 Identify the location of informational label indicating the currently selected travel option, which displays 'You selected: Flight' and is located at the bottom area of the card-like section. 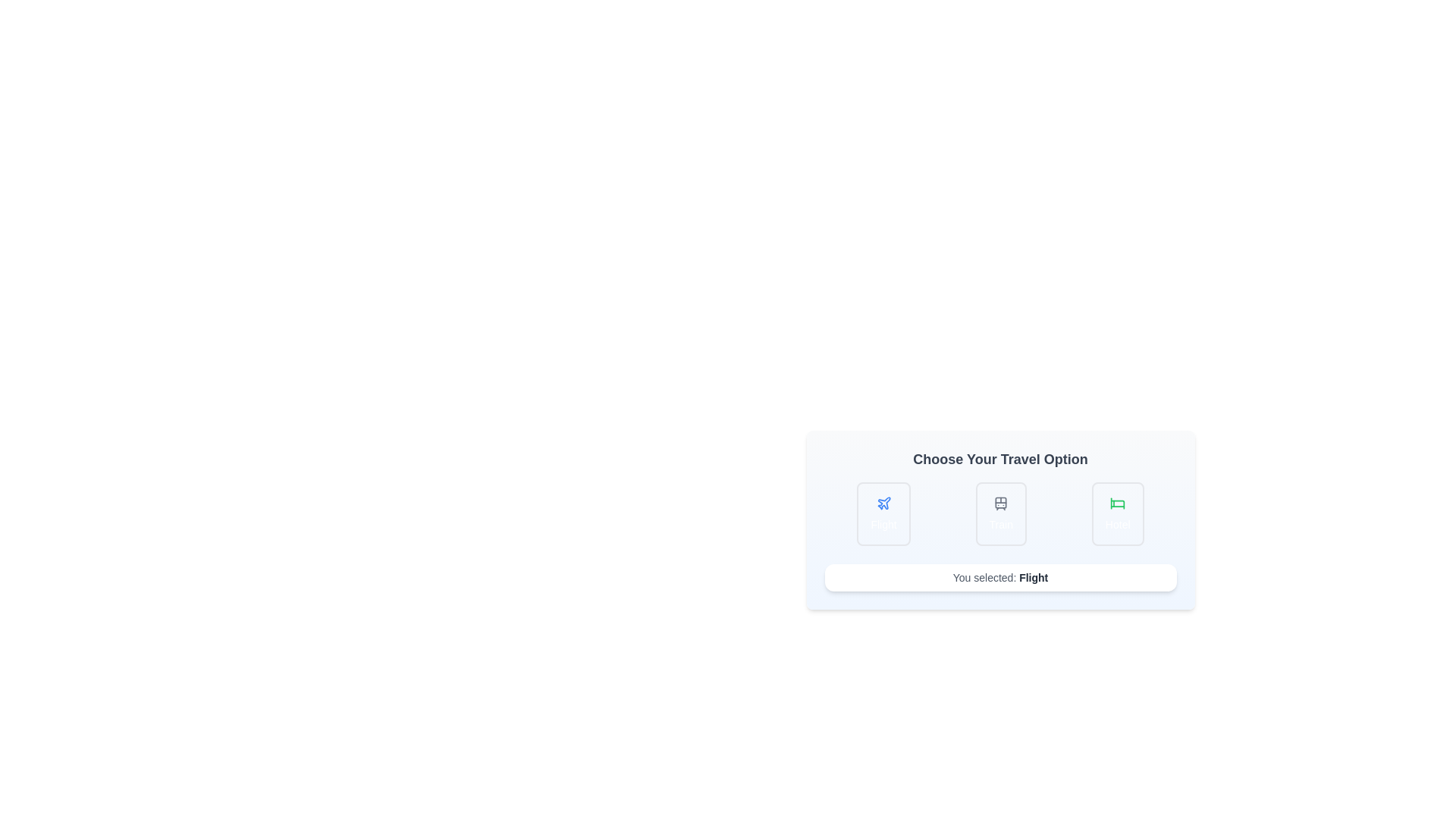
(1033, 578).